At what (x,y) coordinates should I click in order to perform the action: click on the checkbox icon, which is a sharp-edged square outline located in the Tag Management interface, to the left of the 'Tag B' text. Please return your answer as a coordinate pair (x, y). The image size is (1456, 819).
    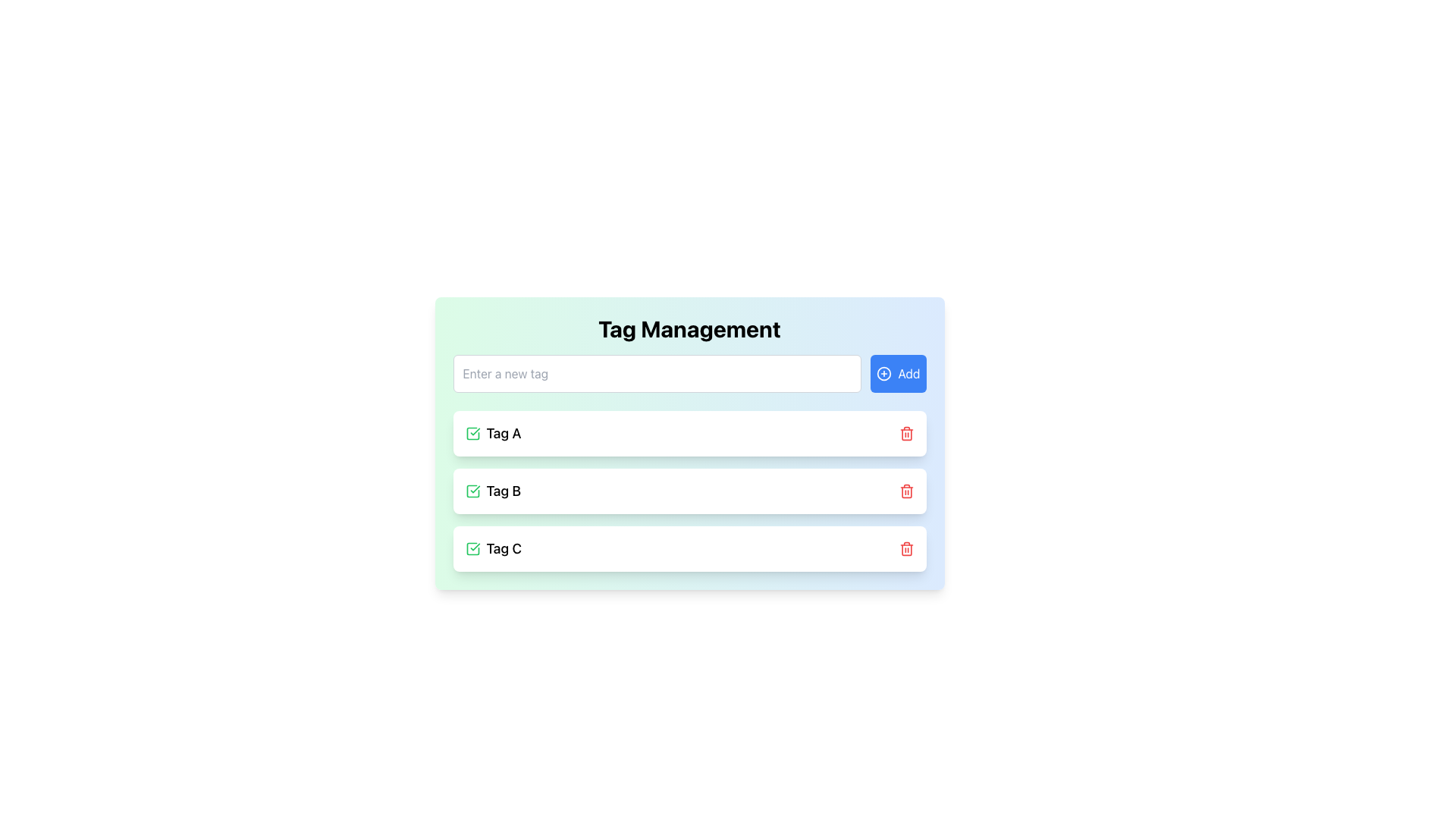
    Looking at the image, I should click on (472, 433).